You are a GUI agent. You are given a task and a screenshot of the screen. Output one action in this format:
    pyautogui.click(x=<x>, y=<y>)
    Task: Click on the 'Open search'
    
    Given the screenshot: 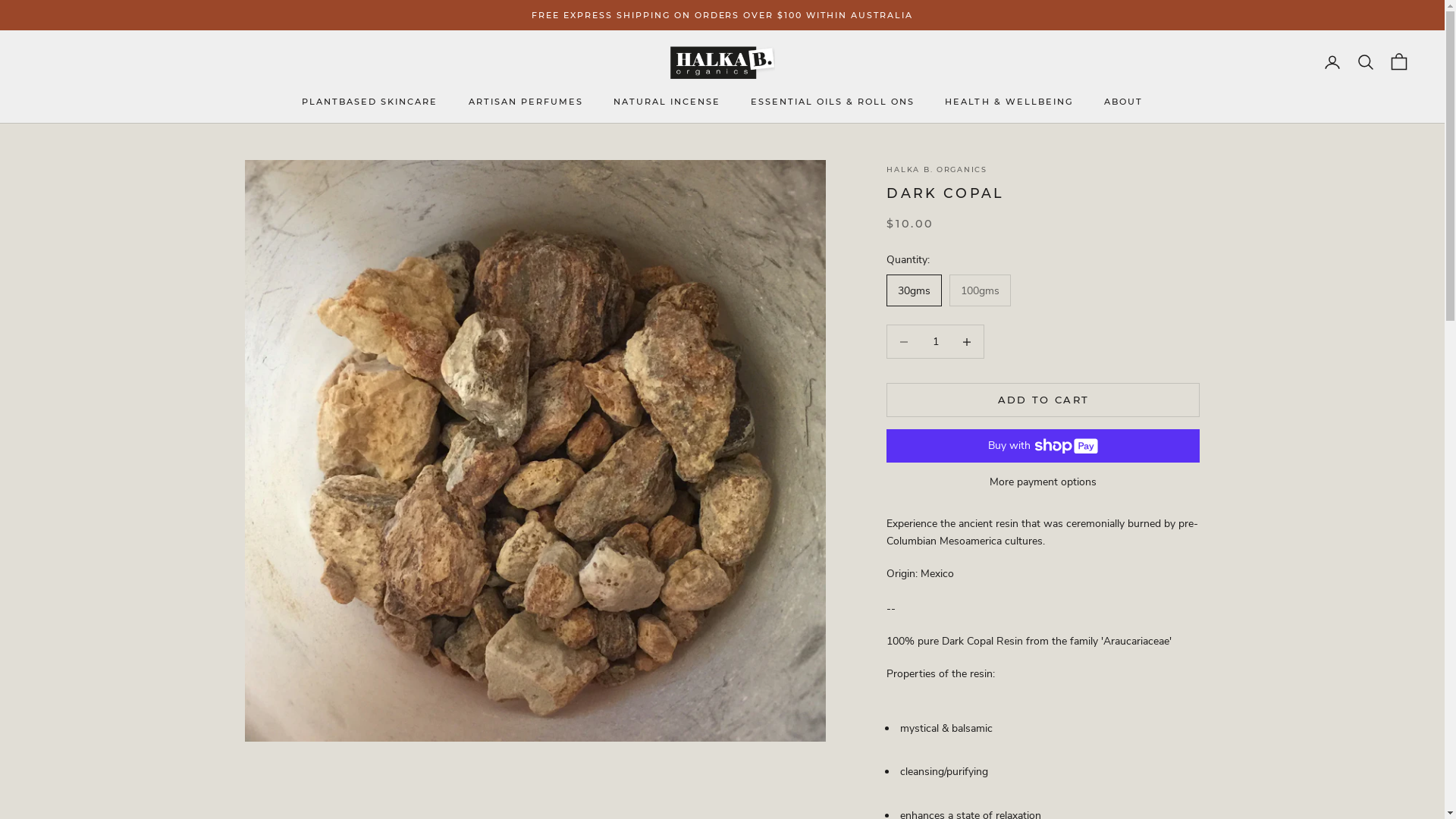 What is the action you would take?
    pyautogui.click(x=1365, y=61)
    